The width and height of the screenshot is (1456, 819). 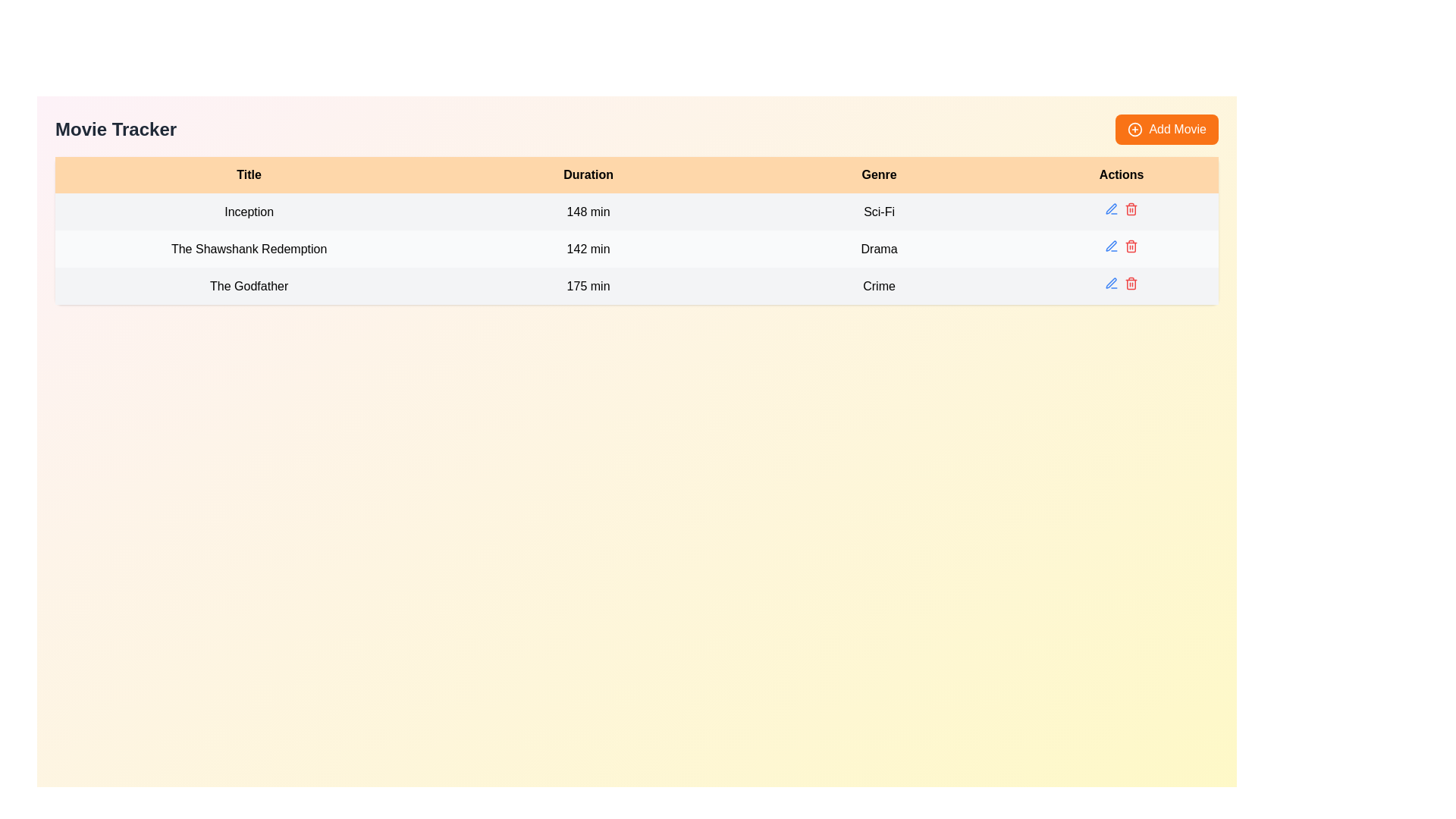 What do you see at coordinates (249, 248) in the screenshot?
I see `the text label displaying 'The Shawshank Redemption', located in the first text column of the second row under the 'Title' column header` at bounding box center [249, 248].